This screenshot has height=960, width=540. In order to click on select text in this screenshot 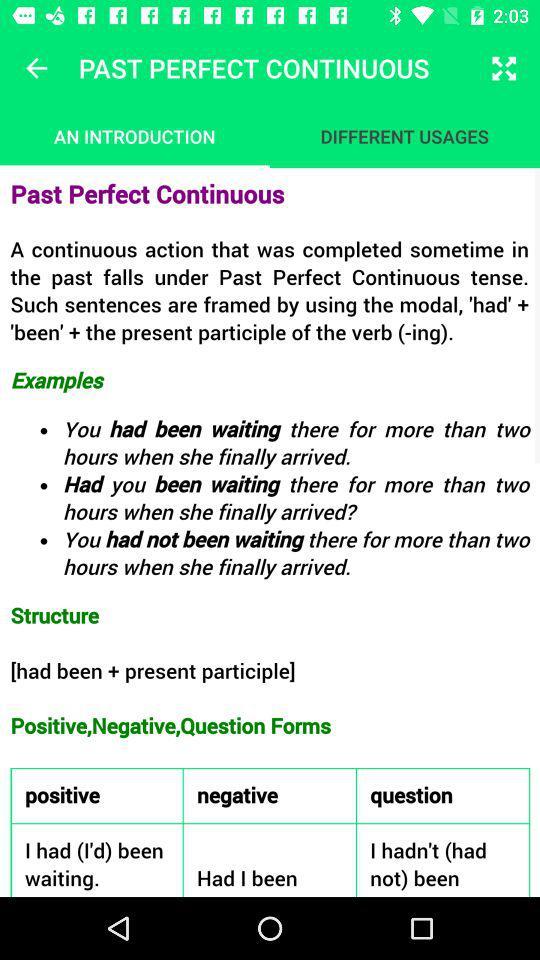, I will do `click(270, 531)`.